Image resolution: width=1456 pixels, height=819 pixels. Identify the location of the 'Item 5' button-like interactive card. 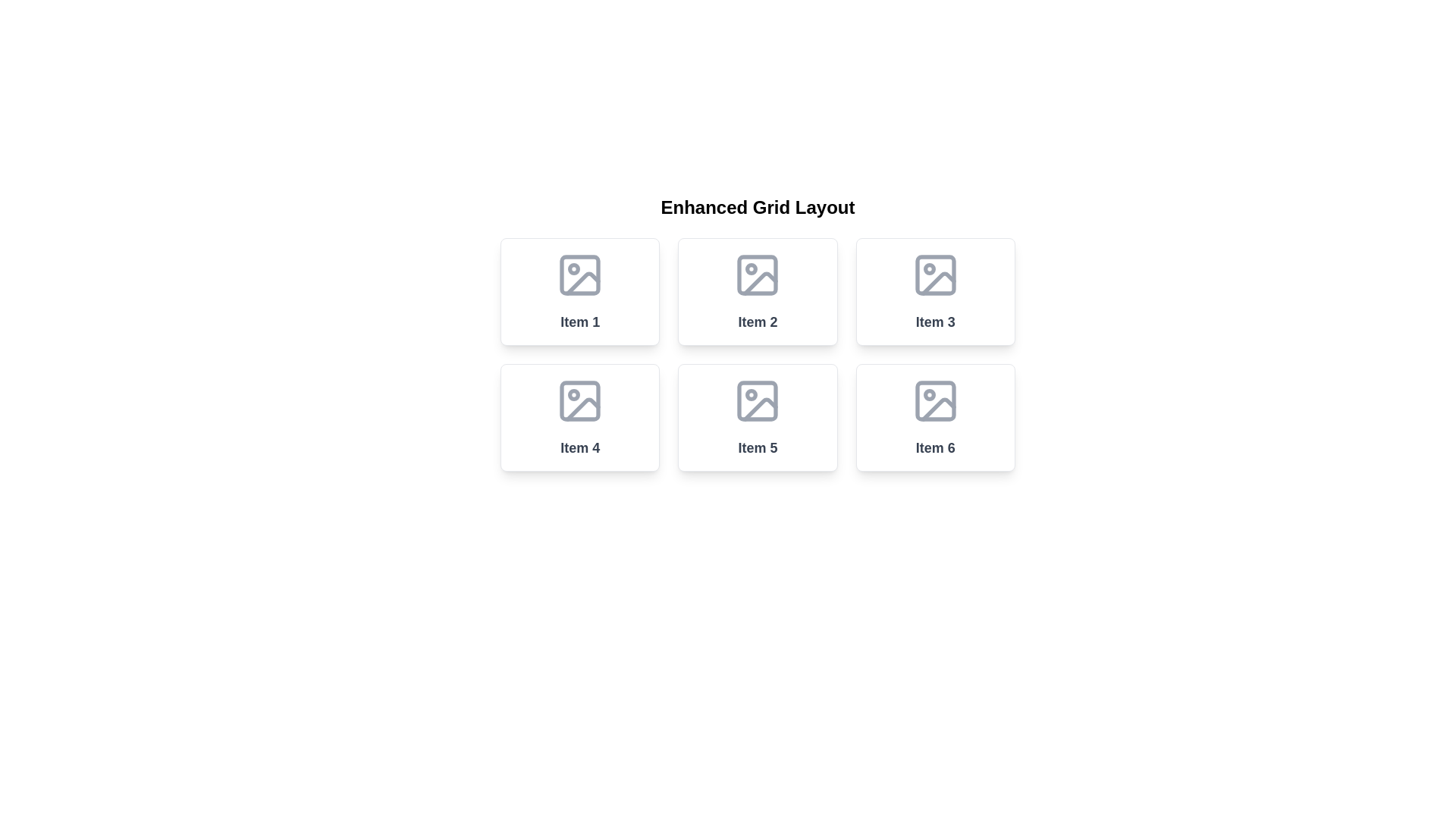
(758, 418).